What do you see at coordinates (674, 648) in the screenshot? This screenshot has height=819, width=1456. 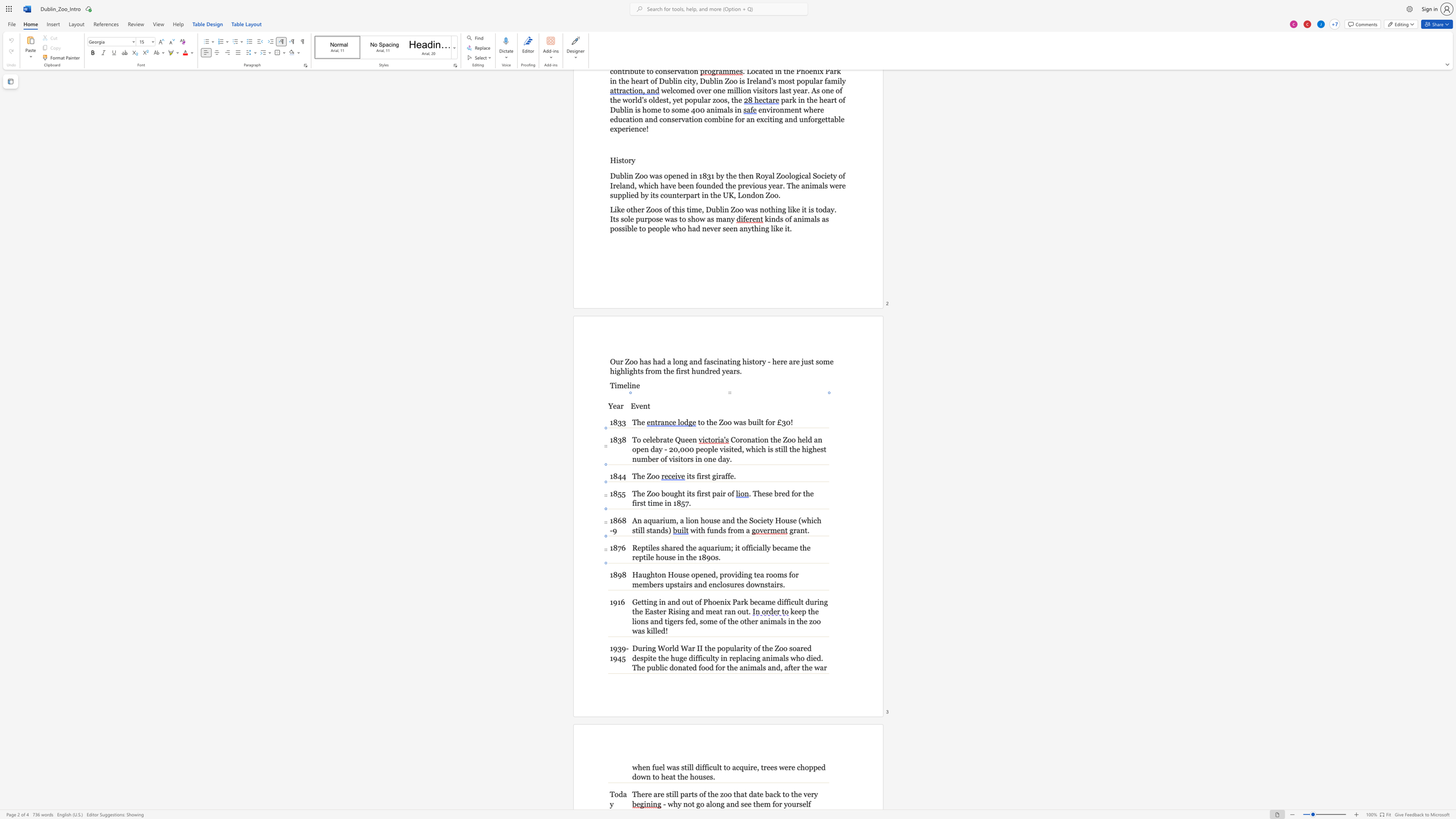 I see `the space between the continuous character "l" and "d" in the text` at bounding box center [674, 648].